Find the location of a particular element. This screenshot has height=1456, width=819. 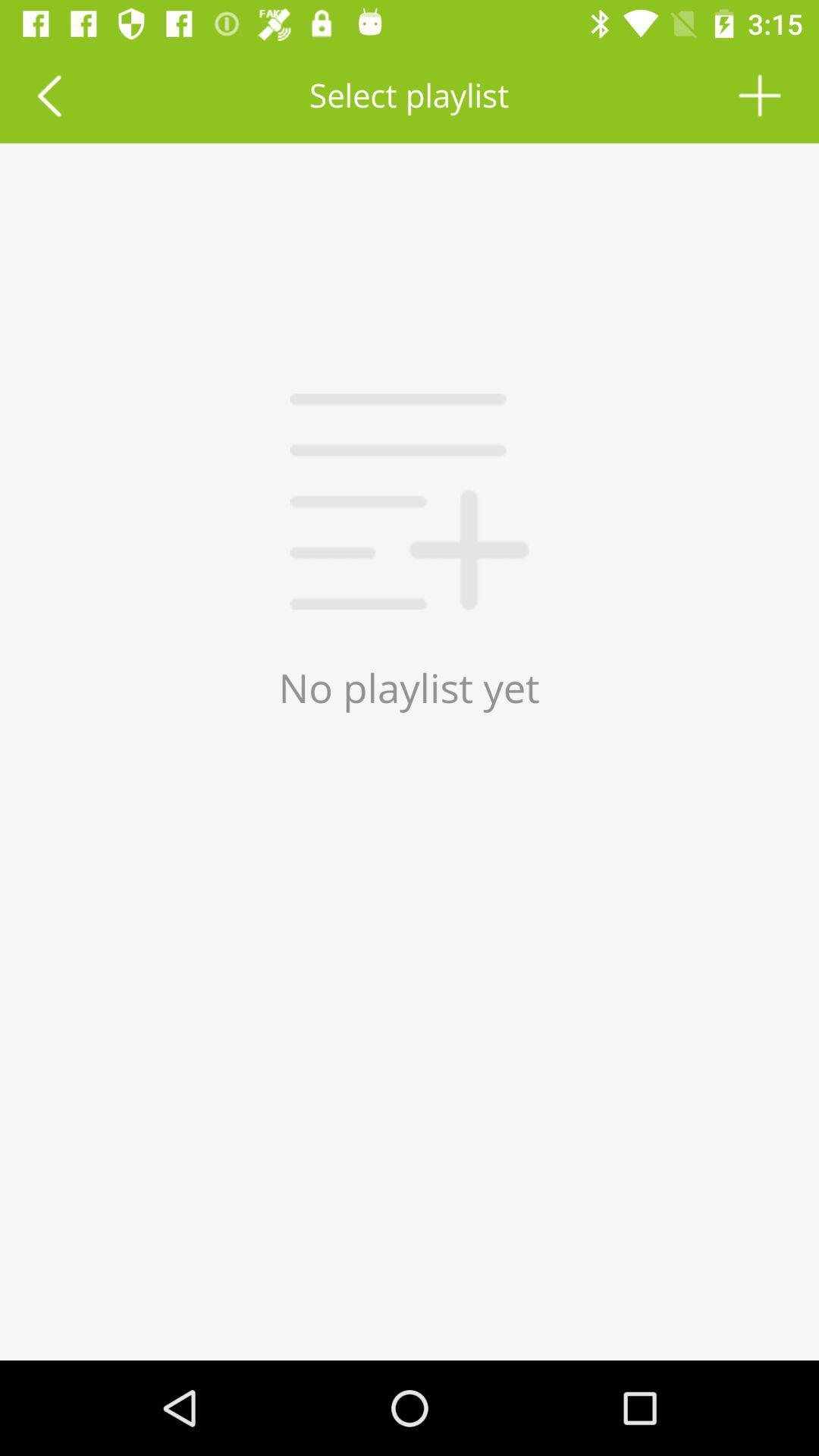

go back is located at coordinates (48, 94).